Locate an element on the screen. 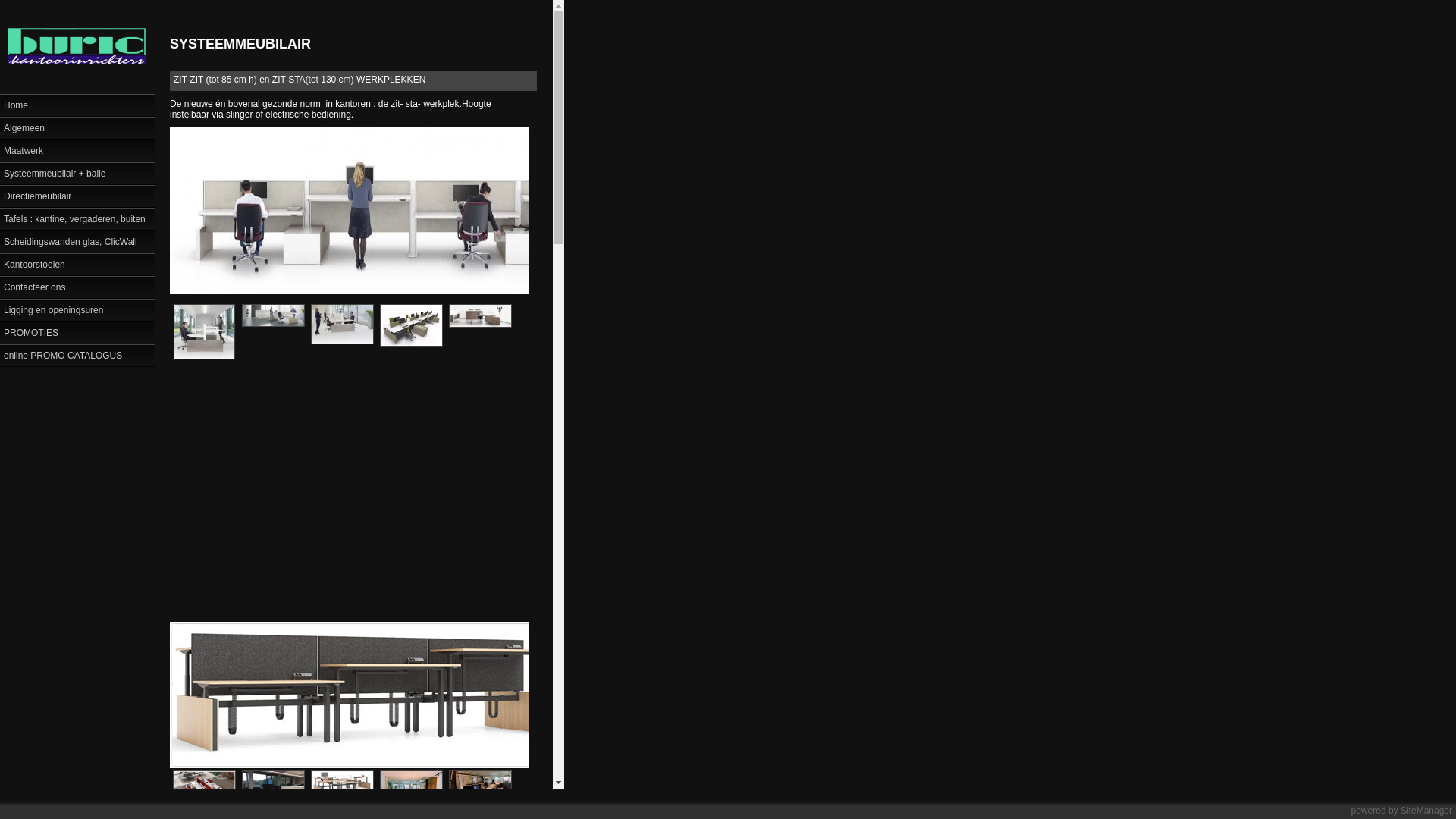  'Contacteer ons' is located at coordinates (76, 287).